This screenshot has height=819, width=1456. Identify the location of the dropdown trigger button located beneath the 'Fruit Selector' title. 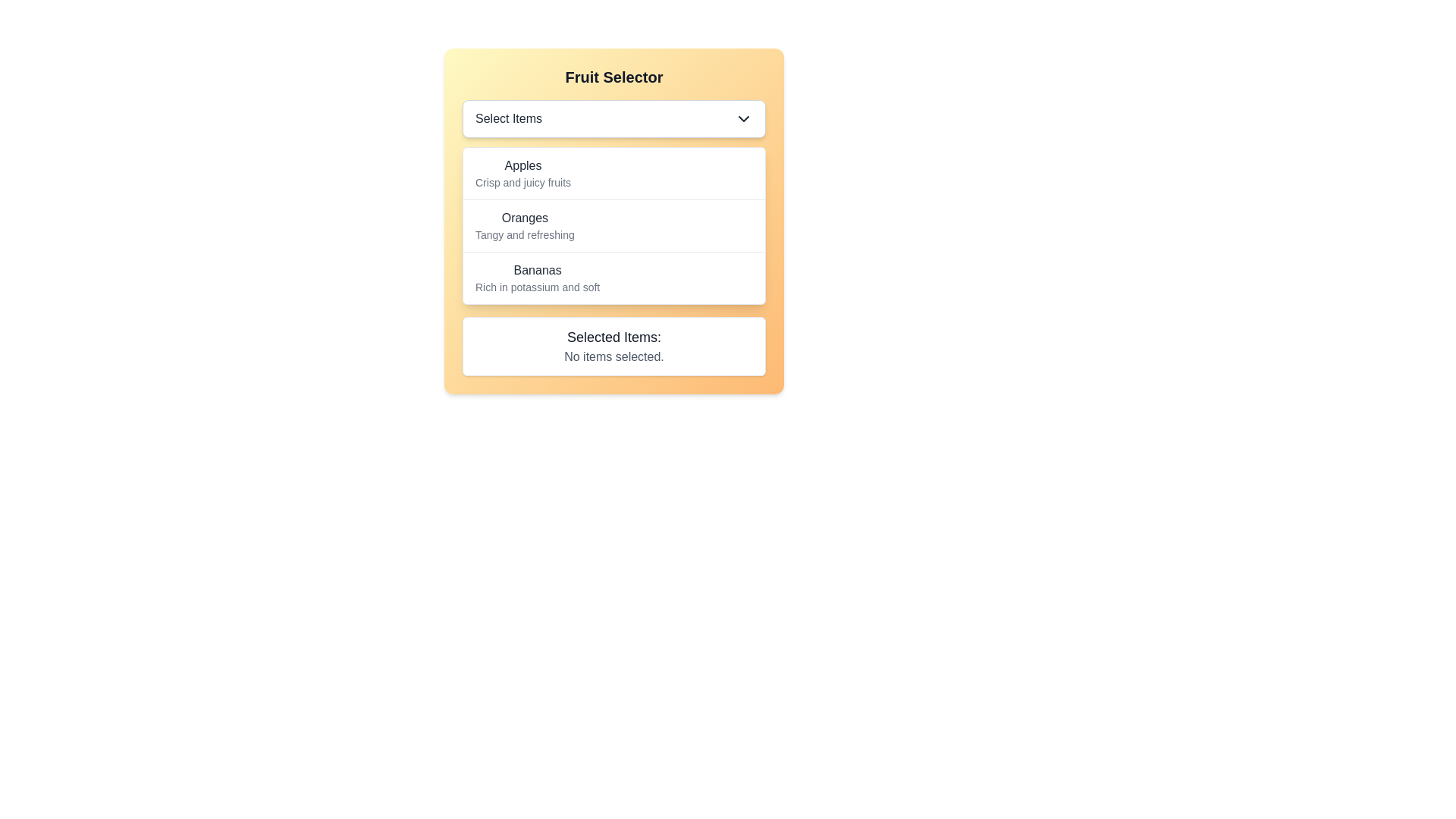
(614, 118).